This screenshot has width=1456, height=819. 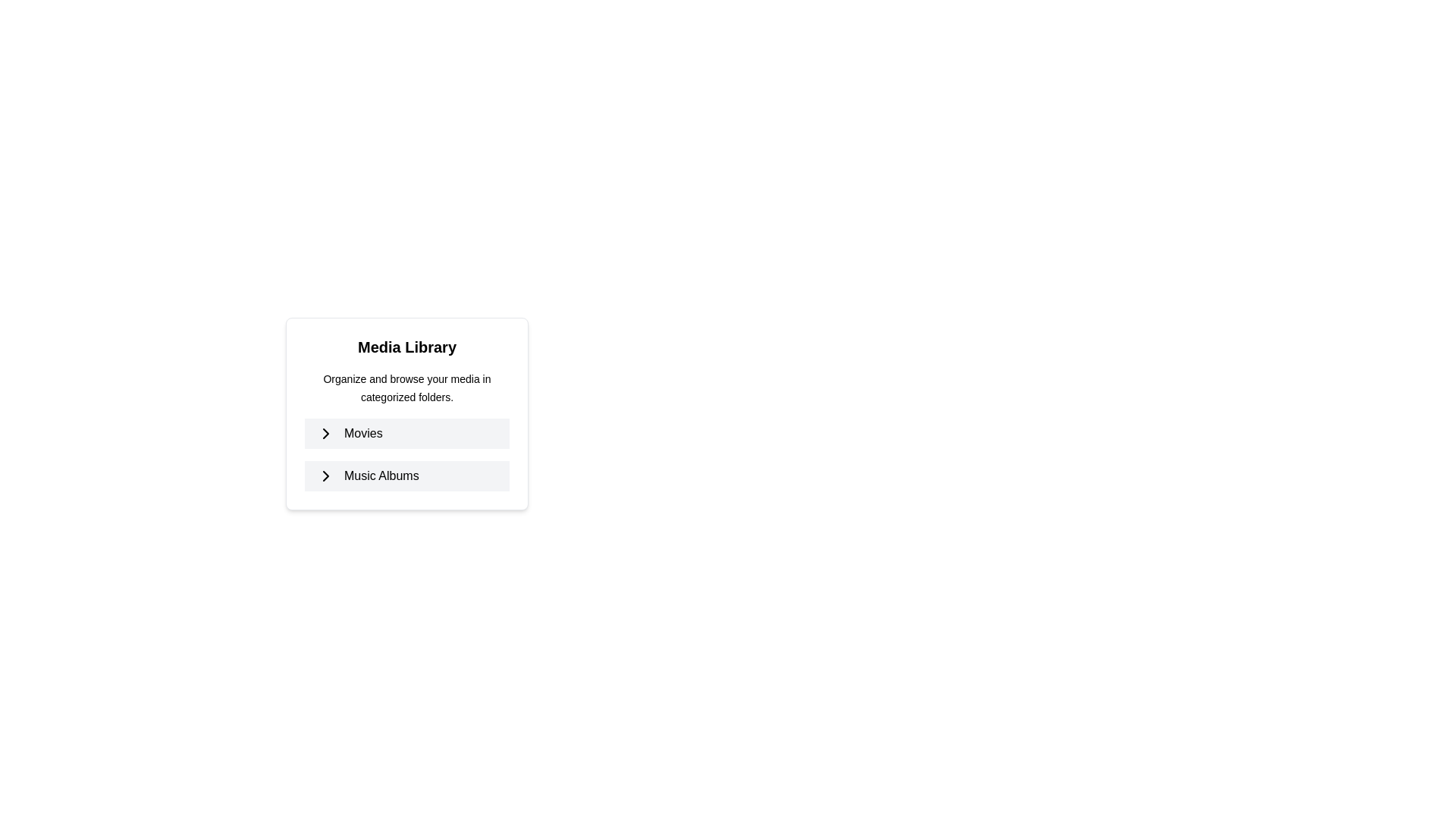 I want to click on the right-pointing chevron icon adjacent to the label 'Music Albums', so click(x=325, y=475).